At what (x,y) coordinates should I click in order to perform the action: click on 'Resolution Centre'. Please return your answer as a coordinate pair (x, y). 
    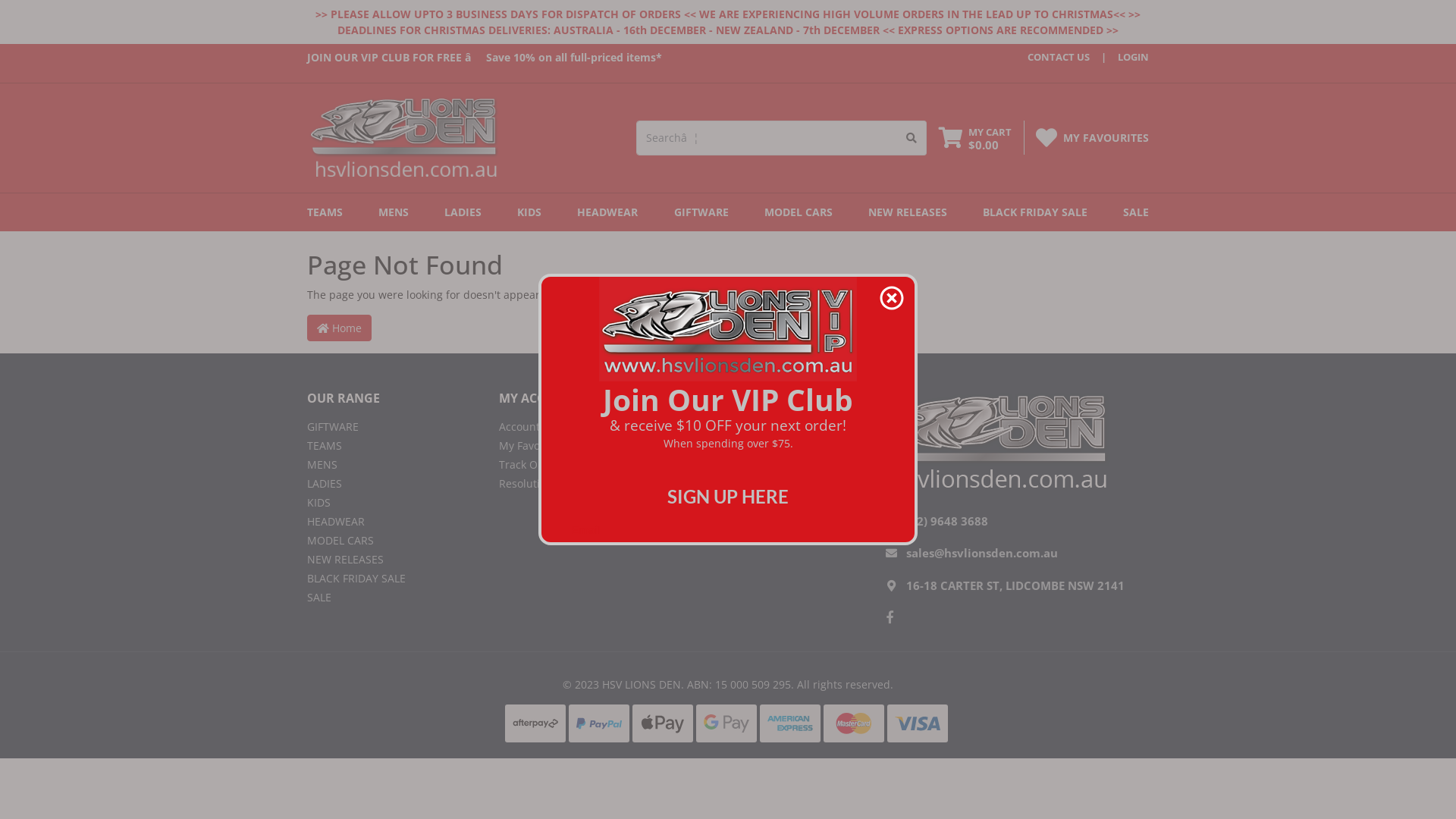
    Looking at the image, I should click on (582, 483).